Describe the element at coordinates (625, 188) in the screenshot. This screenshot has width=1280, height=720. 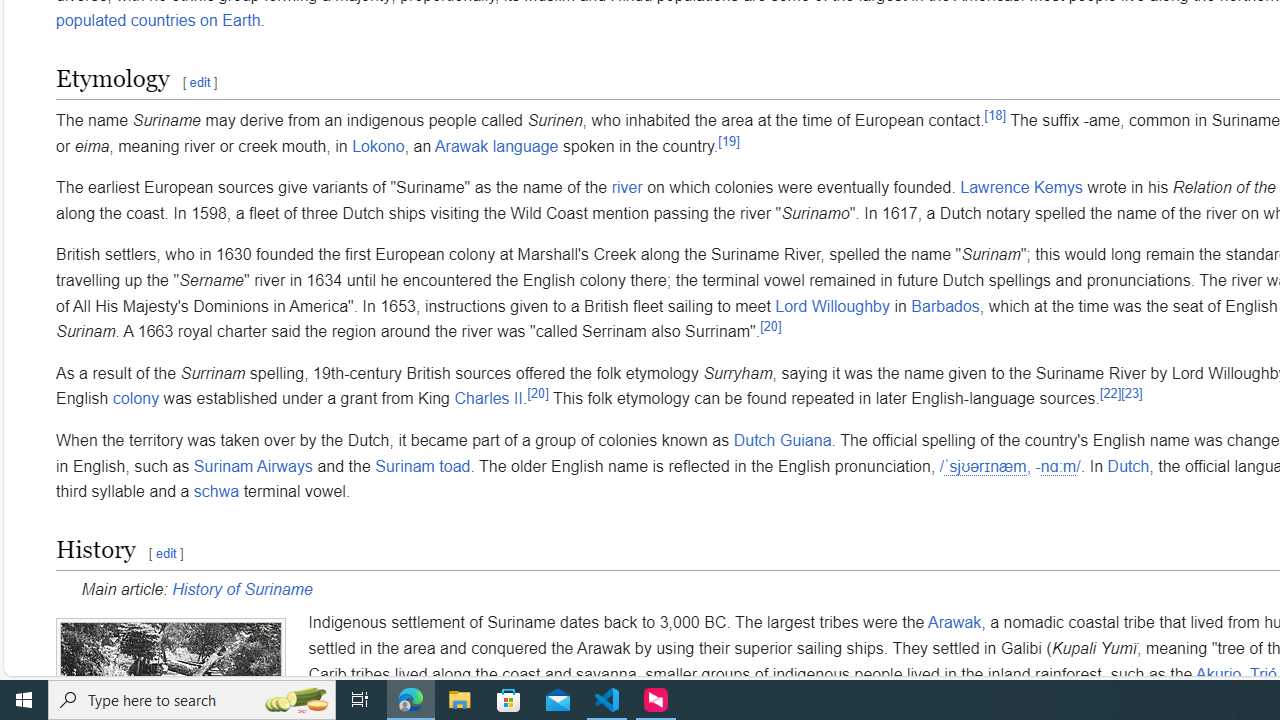
I see `'river'` at that location.